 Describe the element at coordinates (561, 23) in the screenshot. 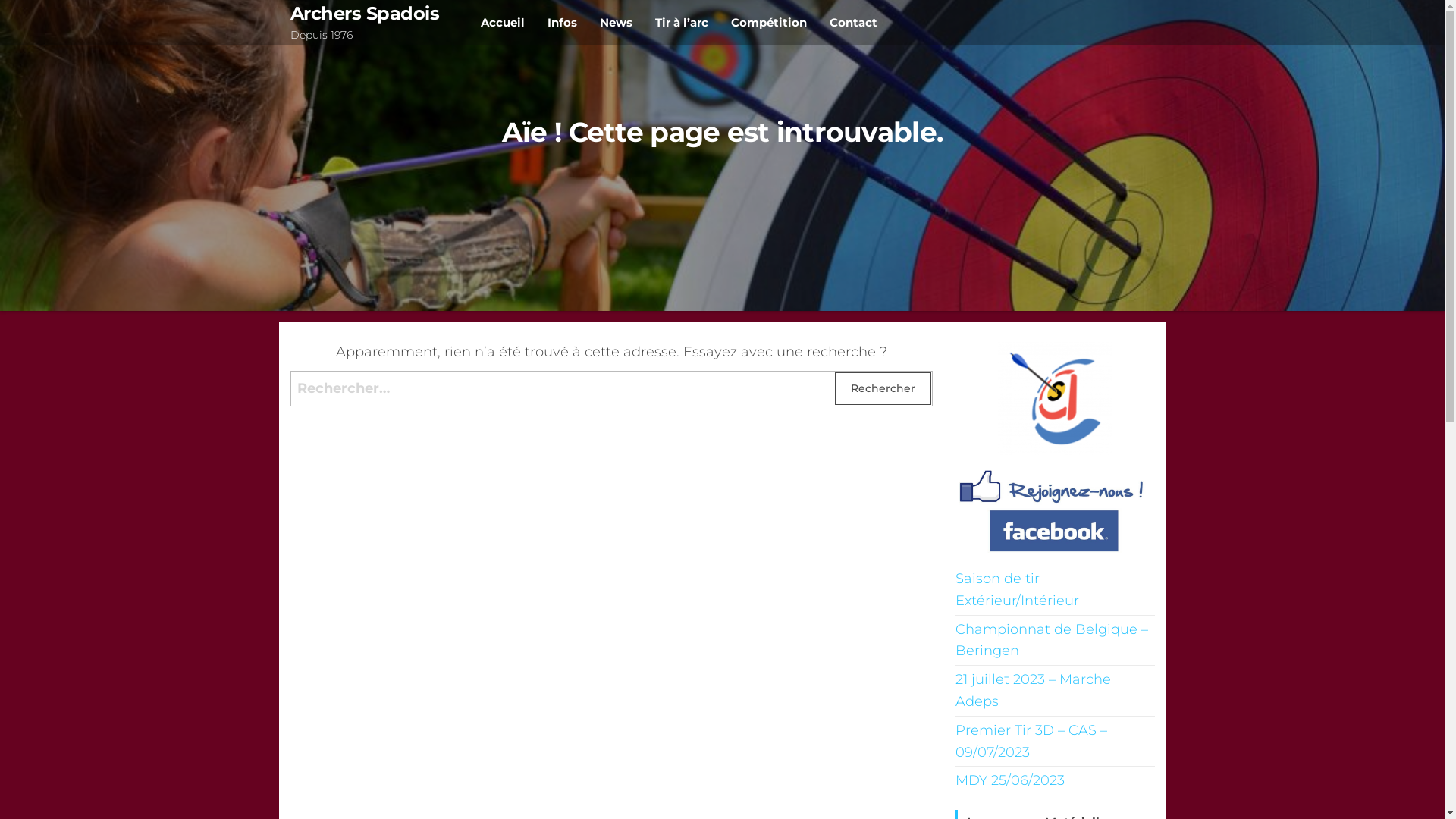

I see `'Infos'` at that location.